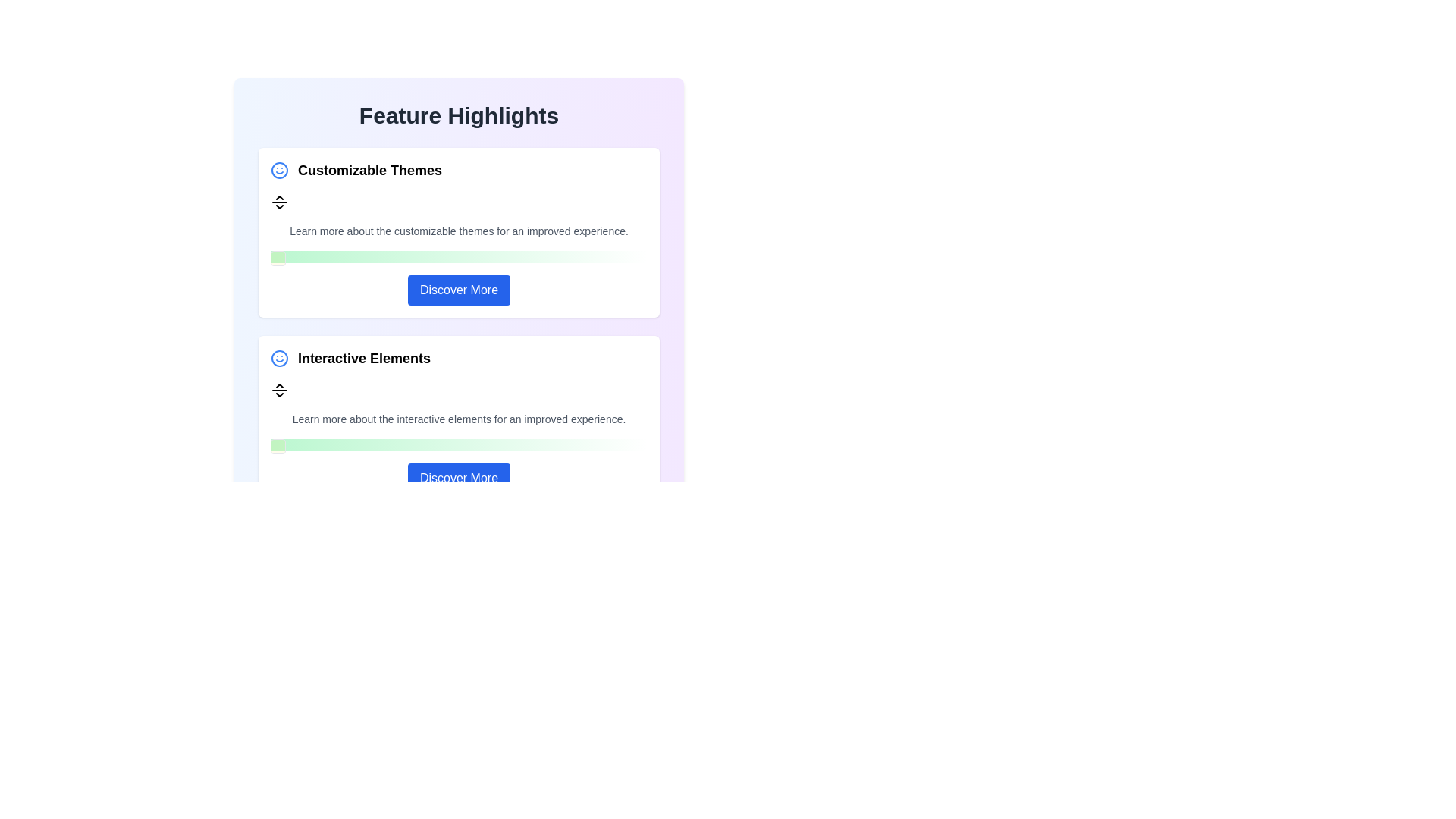 This screenshot has height=819, width=1456. I want to click on the icon representing 'Customizable Themes' located to the left of the section title, so click(280, 170).